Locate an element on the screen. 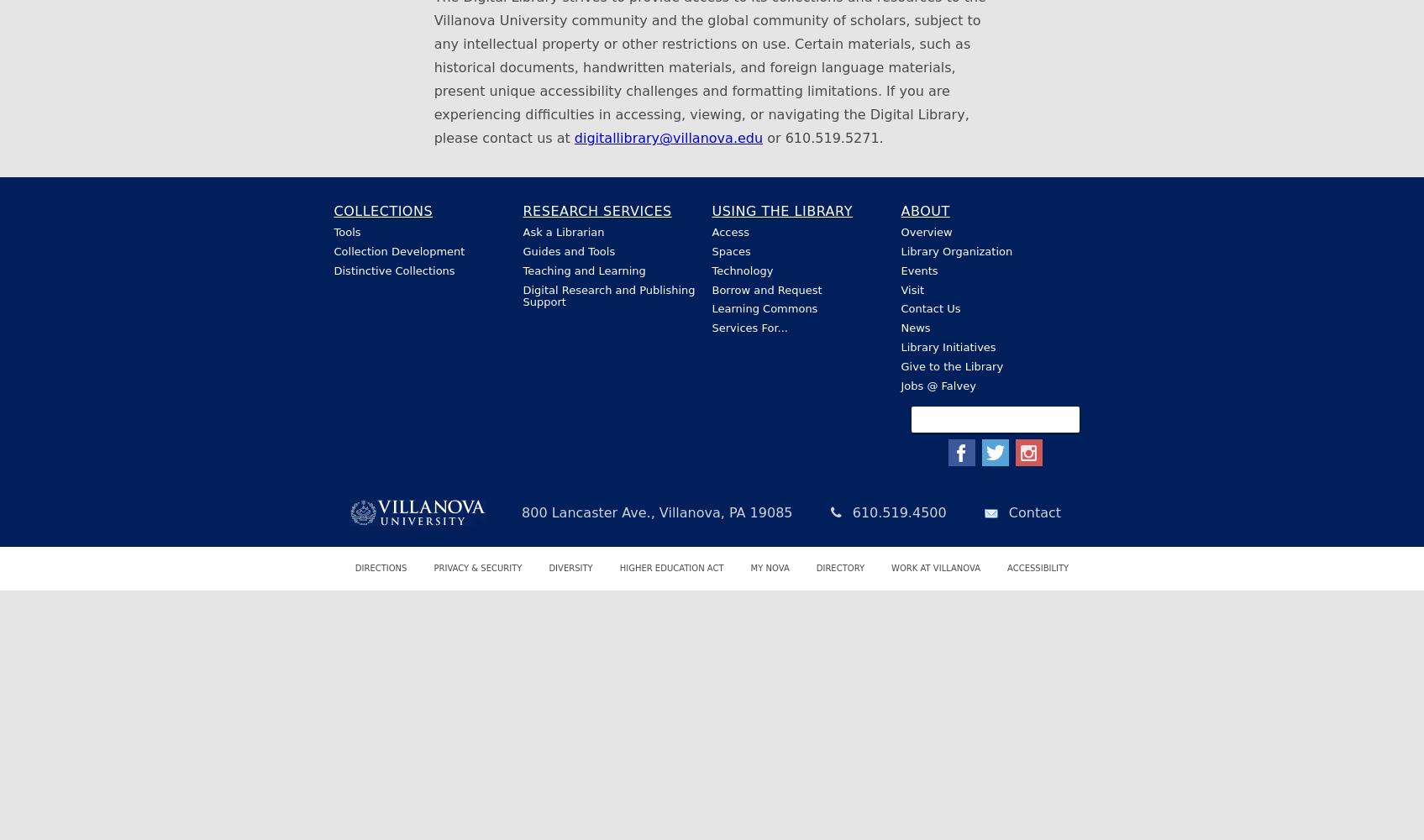  'Jobs @ Falvey' is located at coordinates (937, 385).